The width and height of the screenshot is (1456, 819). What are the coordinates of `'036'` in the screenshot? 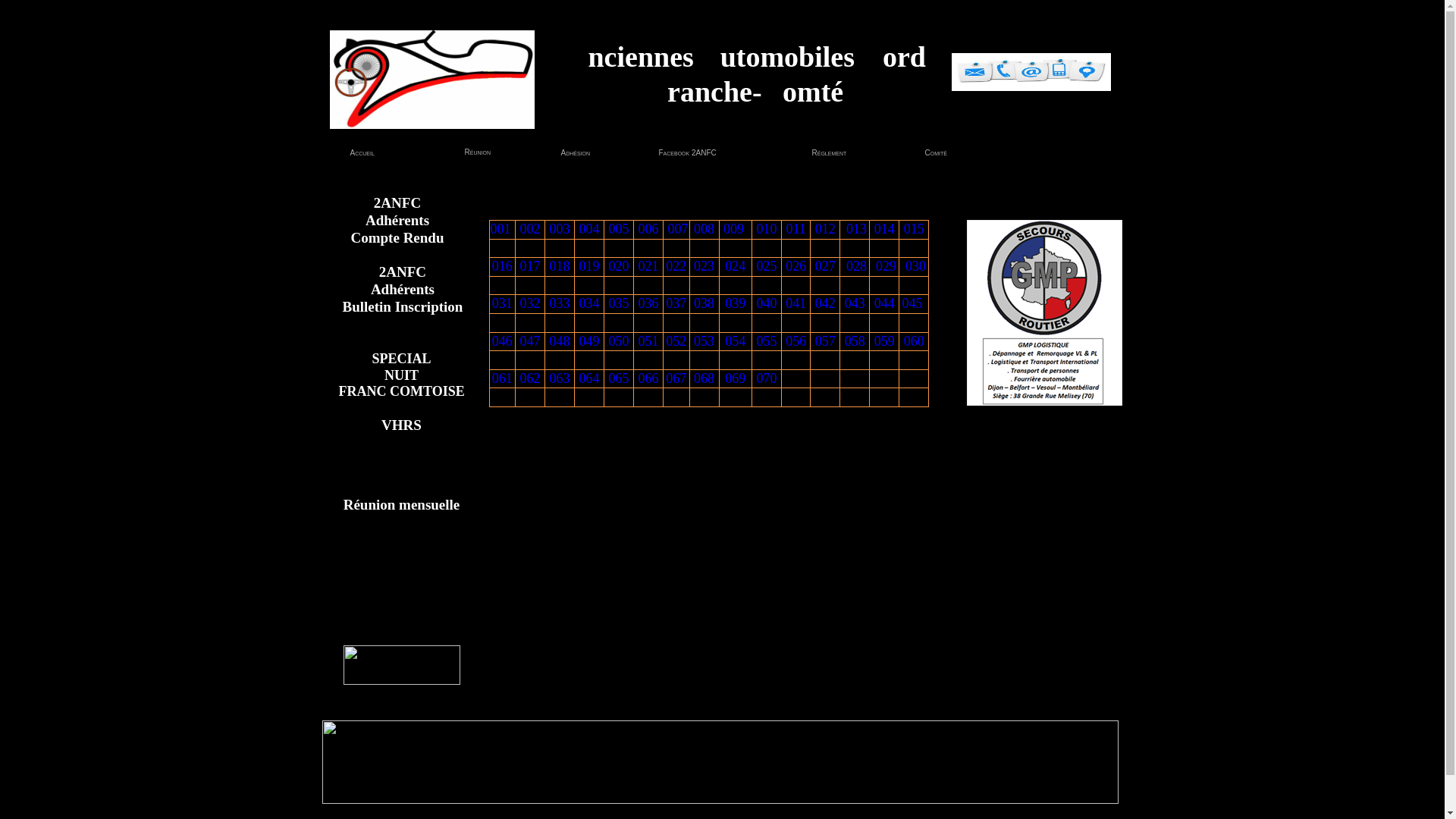 It's located at (638, 303).